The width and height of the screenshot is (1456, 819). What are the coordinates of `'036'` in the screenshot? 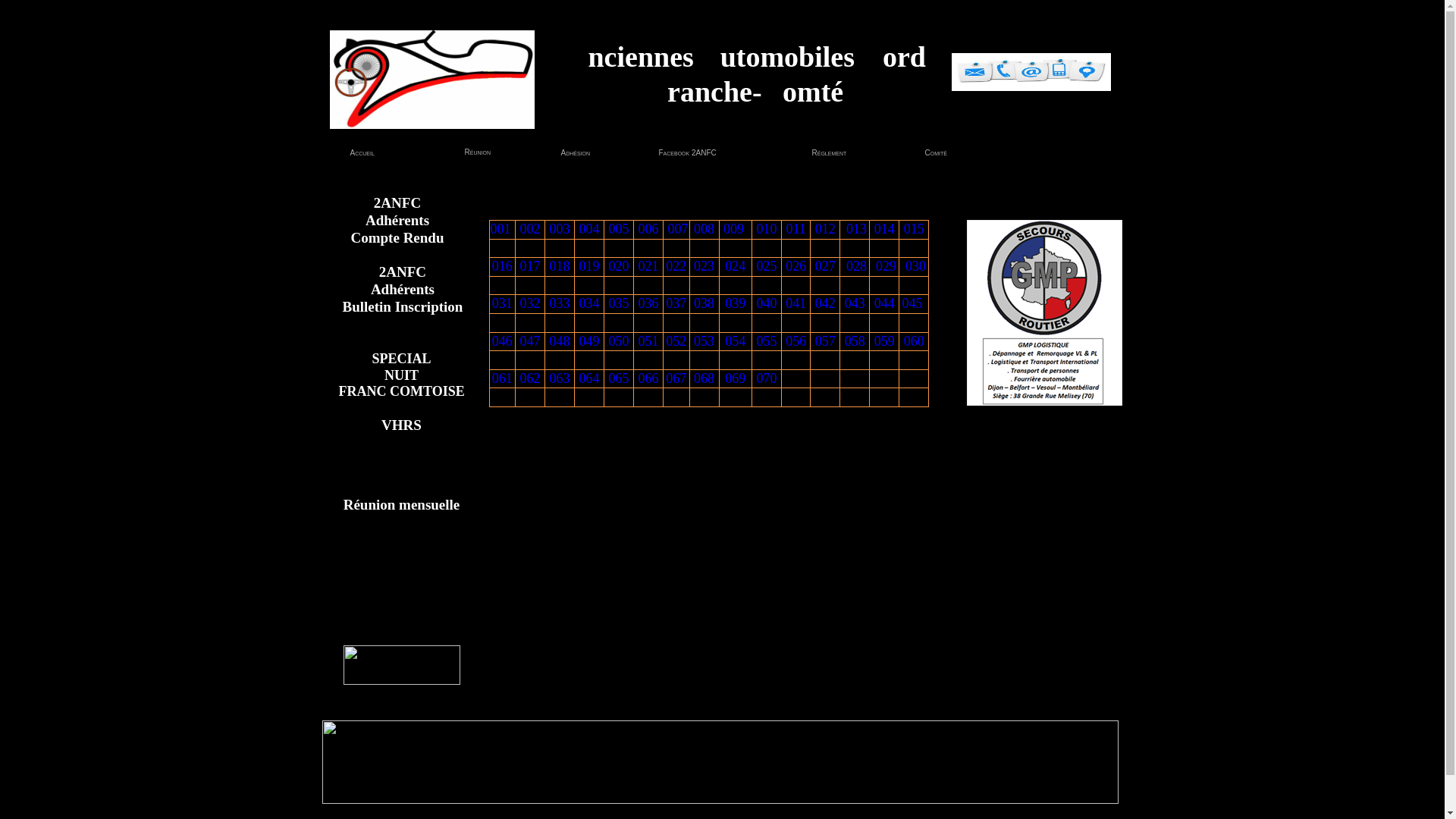 It's located at (638, 303).